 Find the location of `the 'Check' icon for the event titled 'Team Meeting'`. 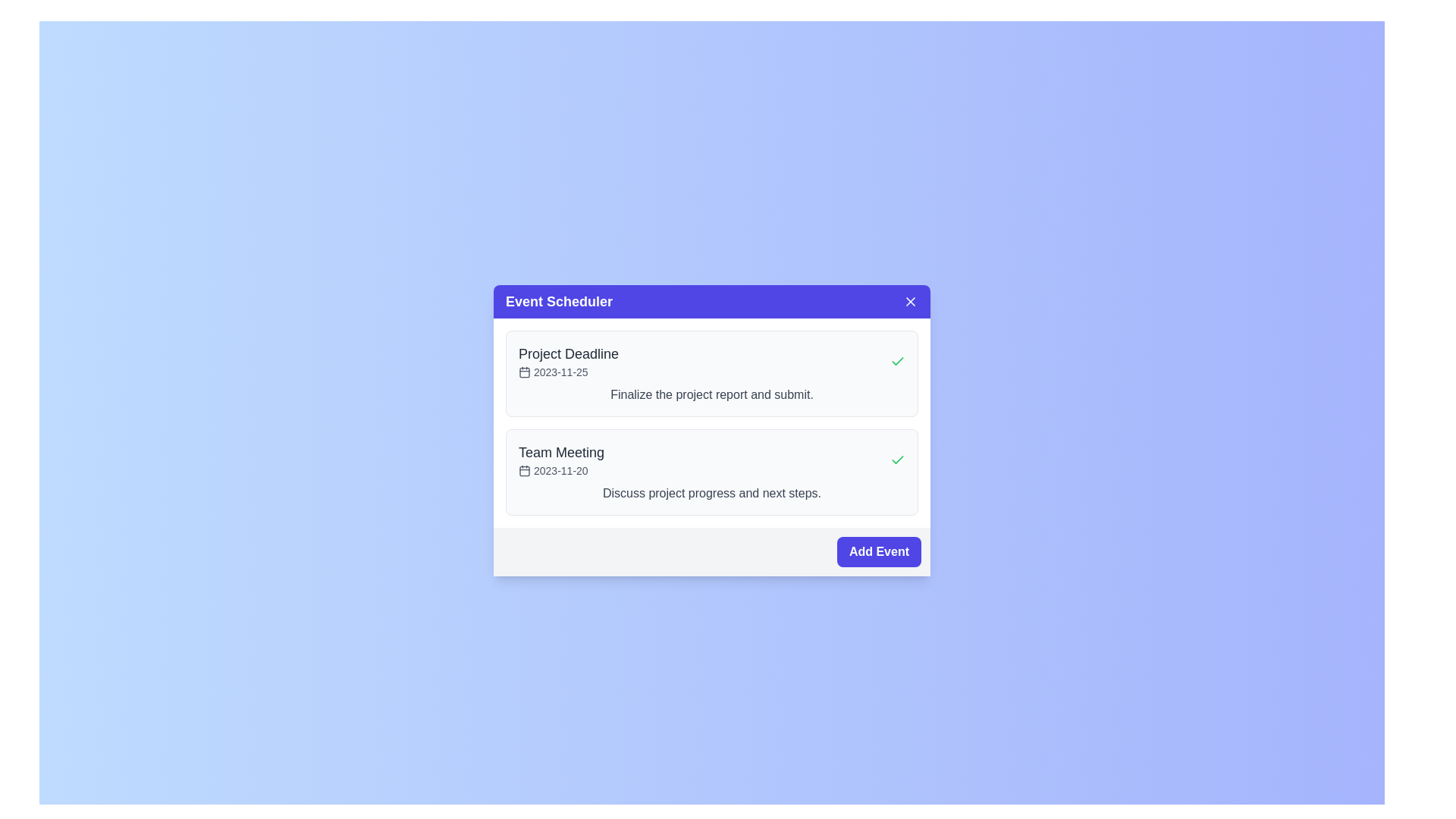

the 'Check' icon for the event titled 'Team Meeting' is located at coordinates (898, 459).